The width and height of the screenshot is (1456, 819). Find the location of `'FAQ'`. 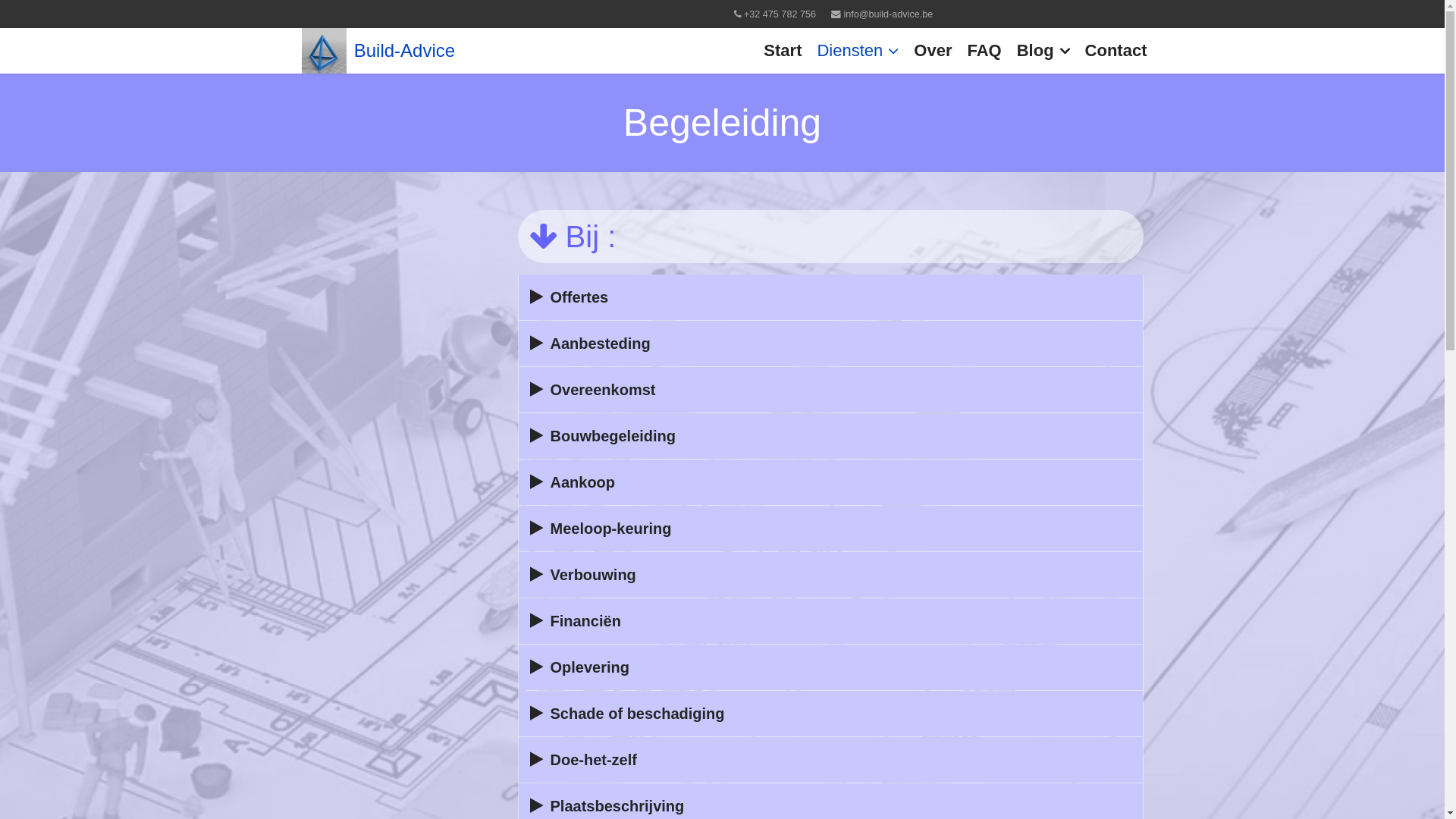

'FAQ' is located at coordinates (984, 49).